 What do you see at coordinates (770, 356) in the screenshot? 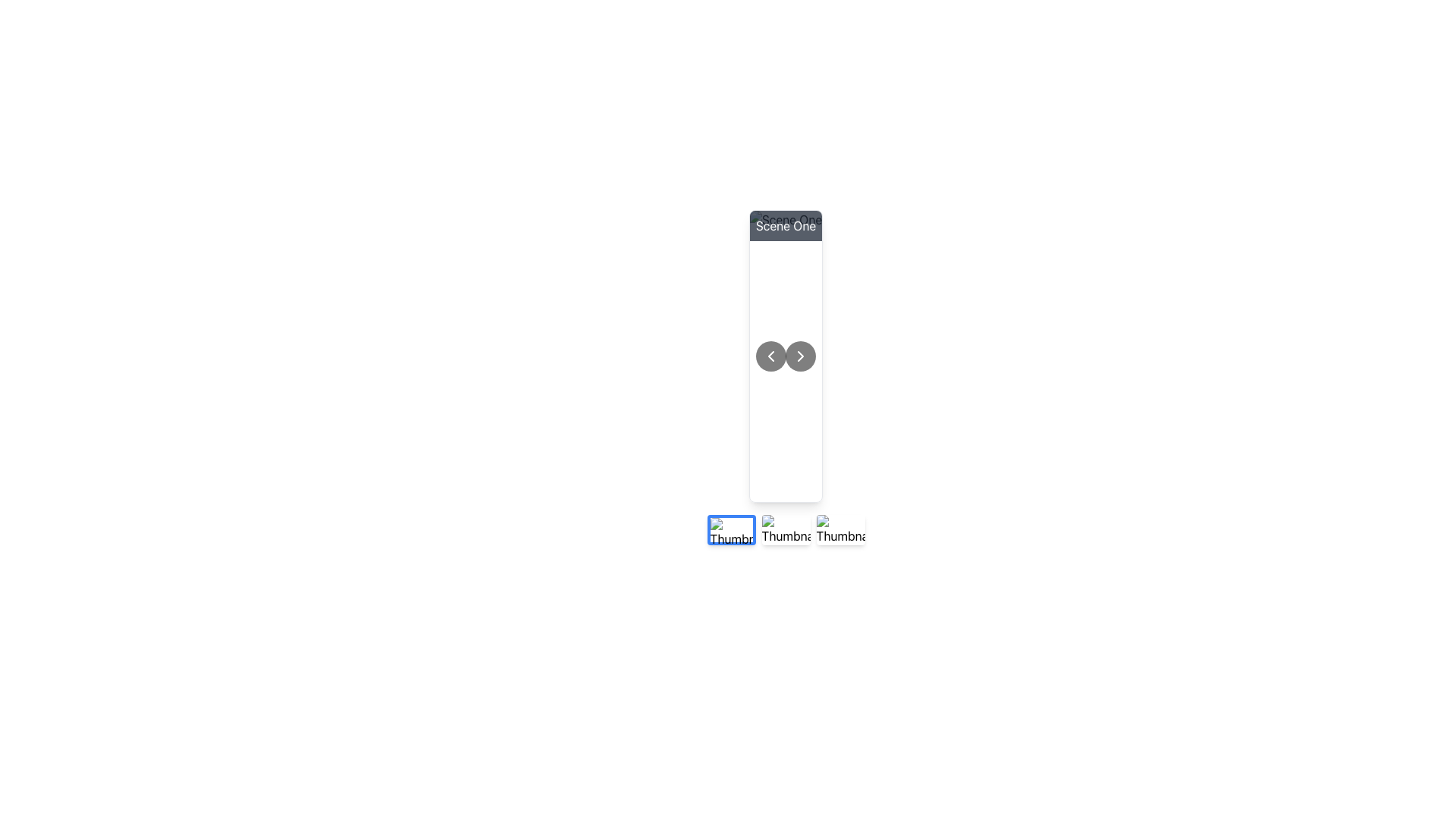
I see `the backward navigation control icon located on the left side of the visible area` at bounding box center [770, 356].